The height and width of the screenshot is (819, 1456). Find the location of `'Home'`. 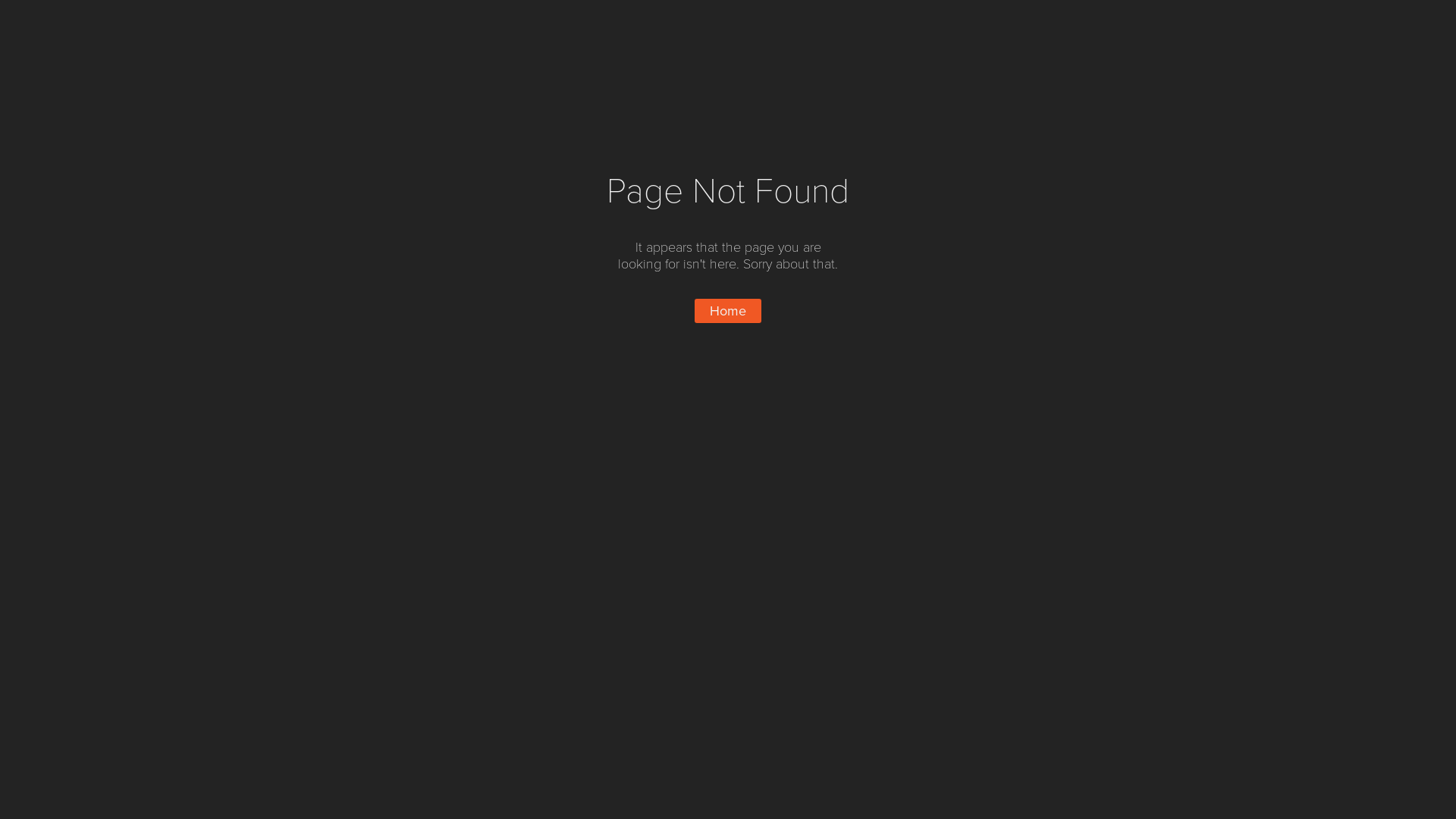

'Home' is located at coordinates (728, 309).